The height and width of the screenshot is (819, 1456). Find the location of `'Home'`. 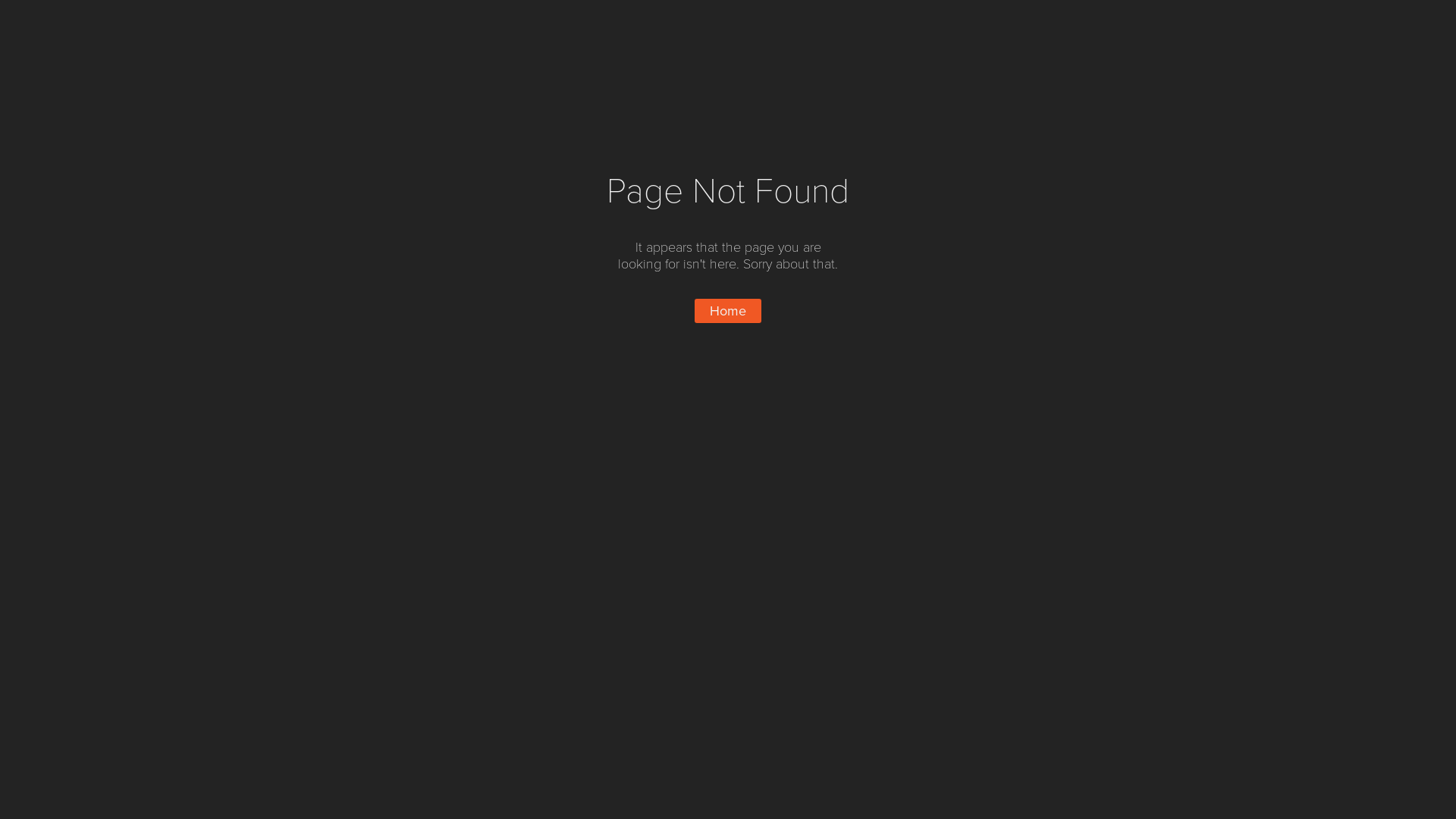

'Home' is located at coordinates (728, 309).